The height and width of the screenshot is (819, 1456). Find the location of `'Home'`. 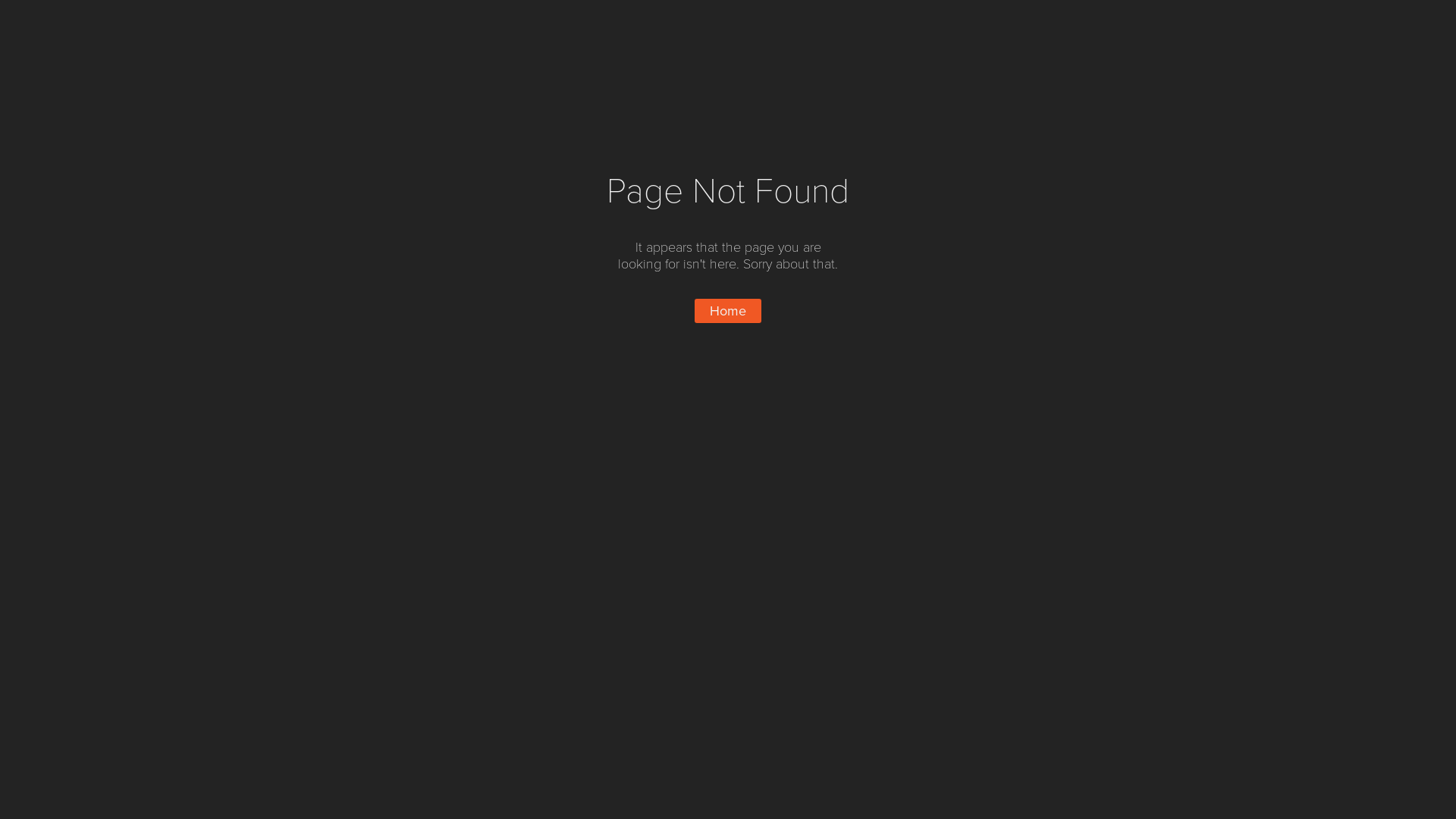

'Home' is located at coordinates (728, 309).